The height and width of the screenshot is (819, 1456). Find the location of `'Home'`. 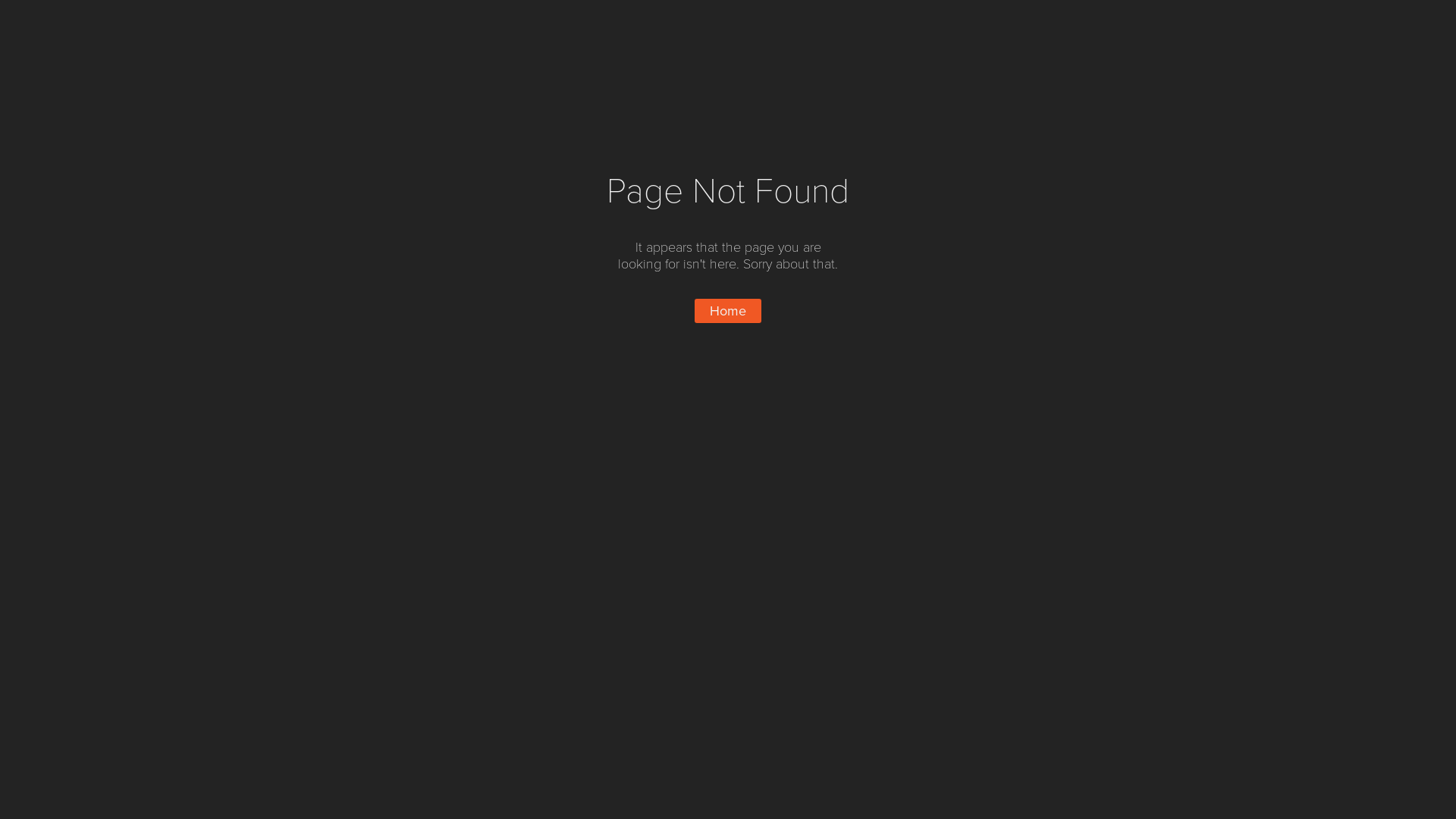

'Home' is located at coordinates (728, 309).